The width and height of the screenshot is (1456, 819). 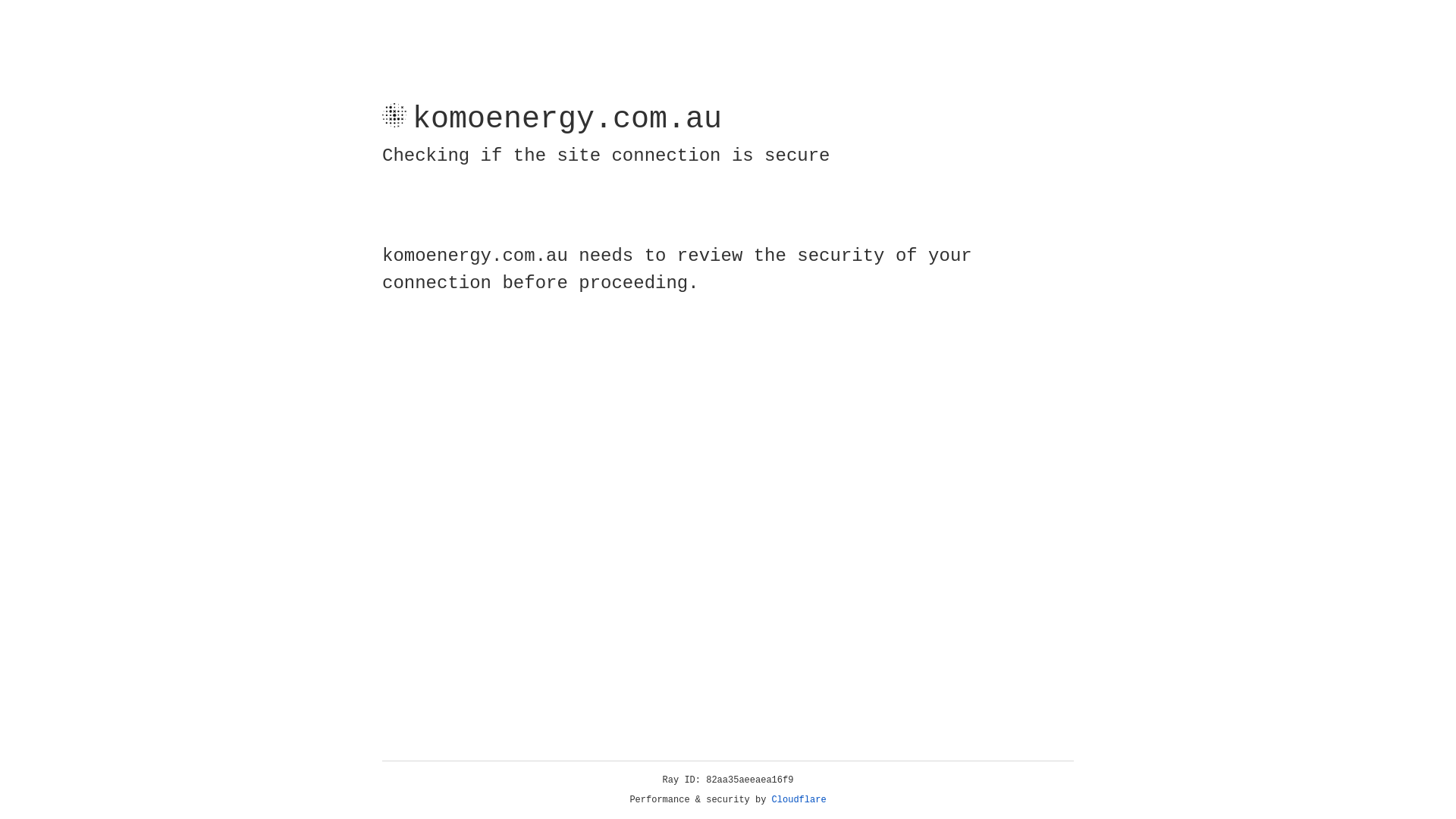 I want to click on 'Cloudflare', so click(x=799, y=799).